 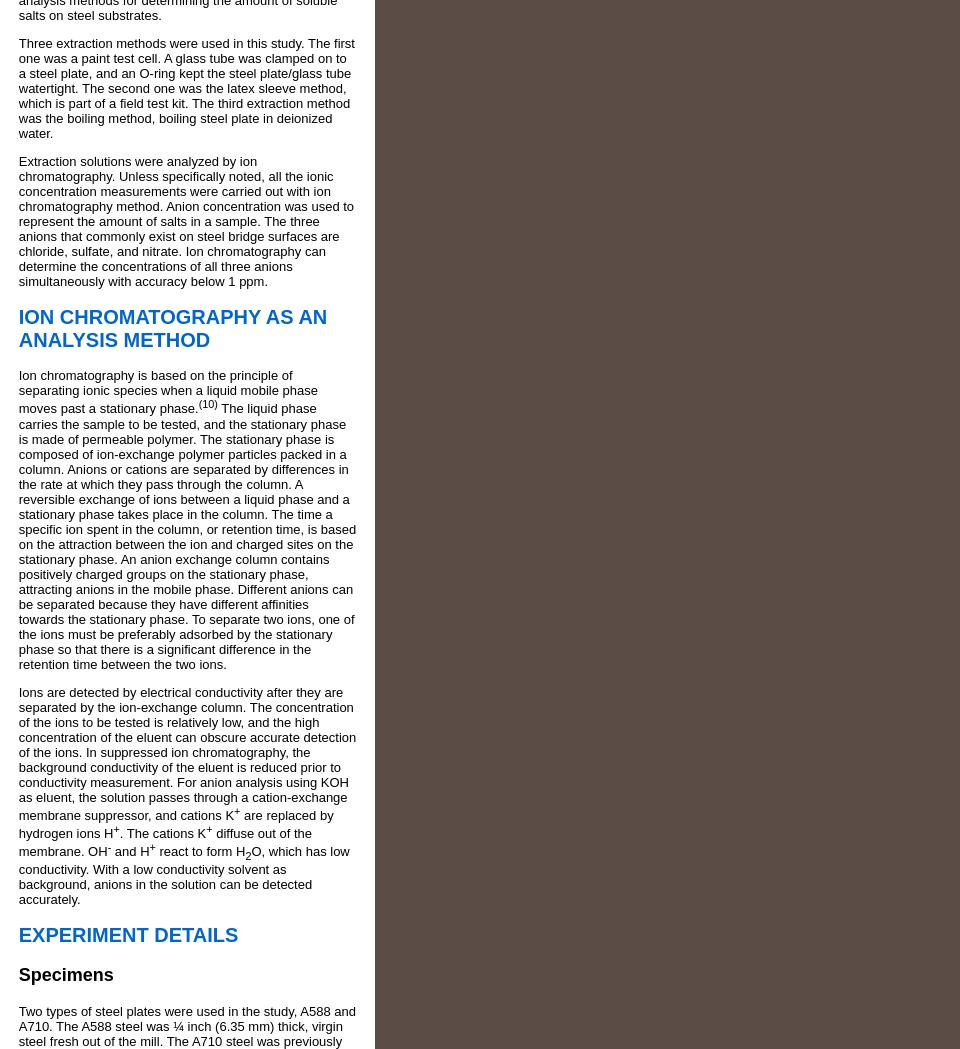 What do you see at coordinates (187, 752) in the screenshot?
I see `'Ions are detected by electrical conductivity after they are  separated by the ion-exchange column. The concentration of the ions to be  tested is relatively low, and the high concentration of the eluent can obscure  accurate detection of the ions. In suppressed ion chromatography, the  background conductivity of the eluent is reduced prior to conductivity  measurement. For anion analysis using KOH as eluent, the solution passes  through a cation-exchange membrane suppressor, and cations K'` at bounding box center [187, 752].